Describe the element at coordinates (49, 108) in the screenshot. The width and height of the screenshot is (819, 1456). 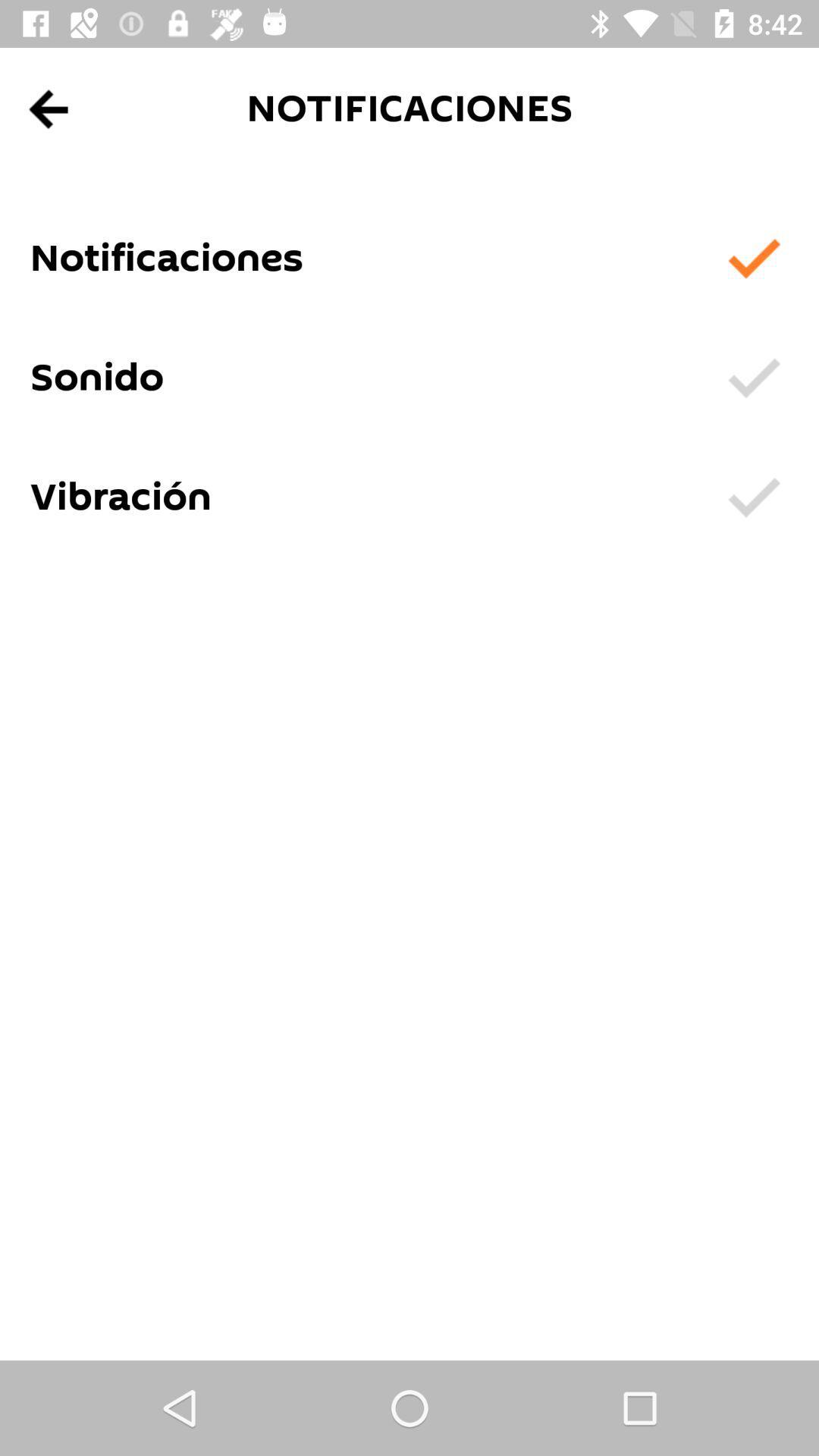
I see `the app above notificaciones` at that location.